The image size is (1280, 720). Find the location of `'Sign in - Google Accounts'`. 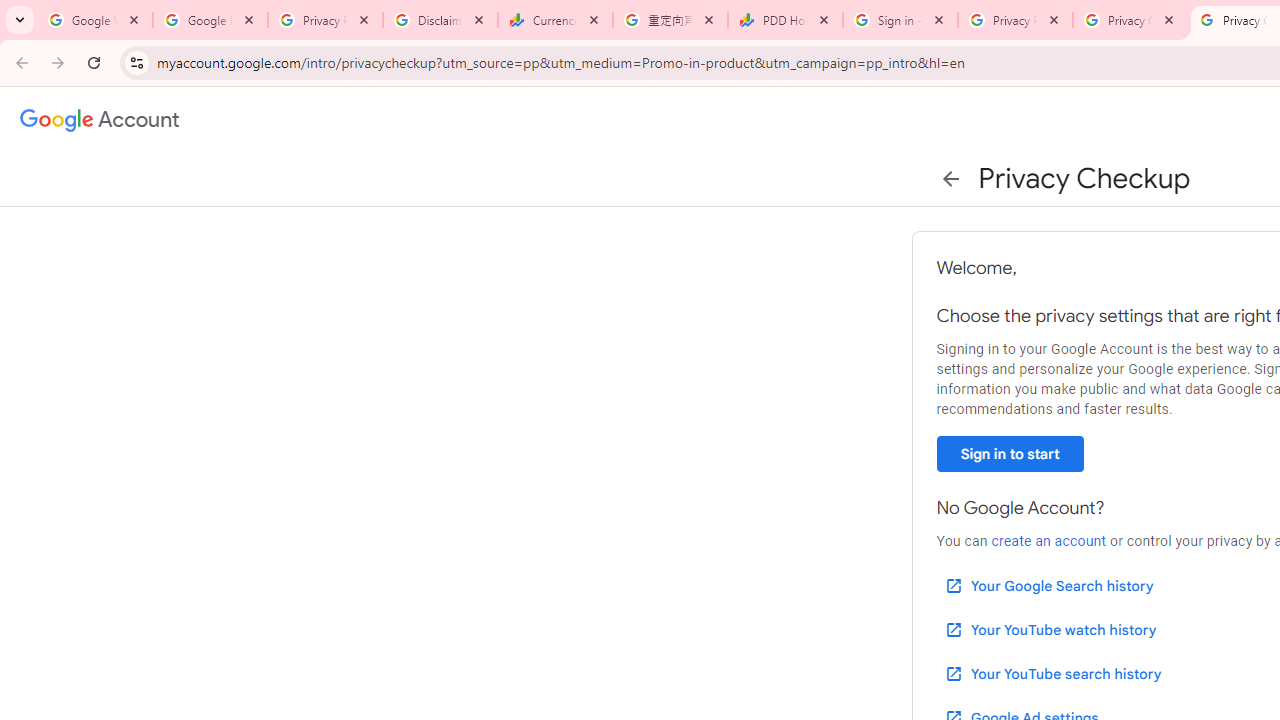

'Sign in - Google Accounts' is located at coordinates (899, 20).